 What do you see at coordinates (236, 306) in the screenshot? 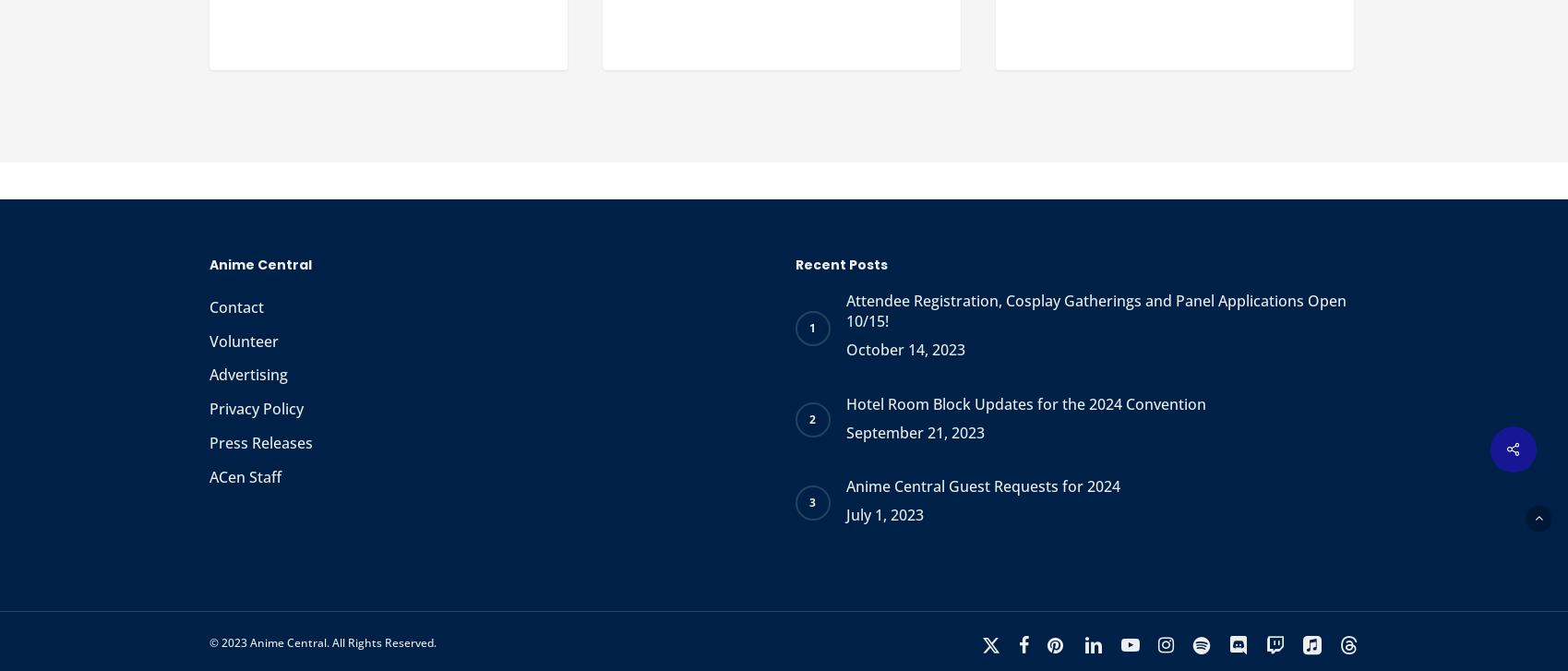
I see `'Contact'` at bounding box center [236, 306].